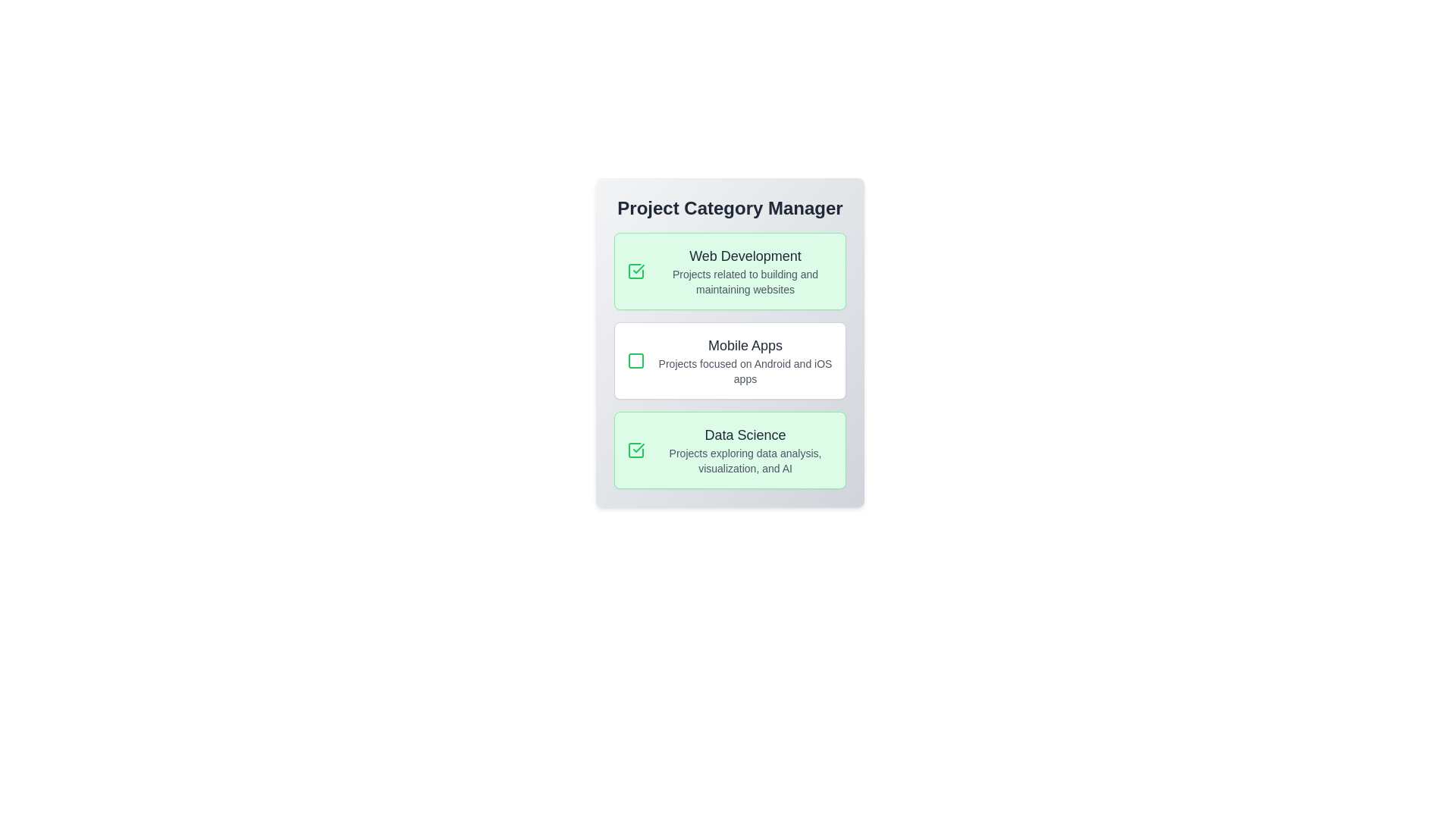 This screenshot has height=819, width=1456. Describe the element at coordinates (636, 450) in the screenshot. I see `the checkbox styled with a square outline and a green checkmark, which is part of the 'Data Science' category interface` at that location.